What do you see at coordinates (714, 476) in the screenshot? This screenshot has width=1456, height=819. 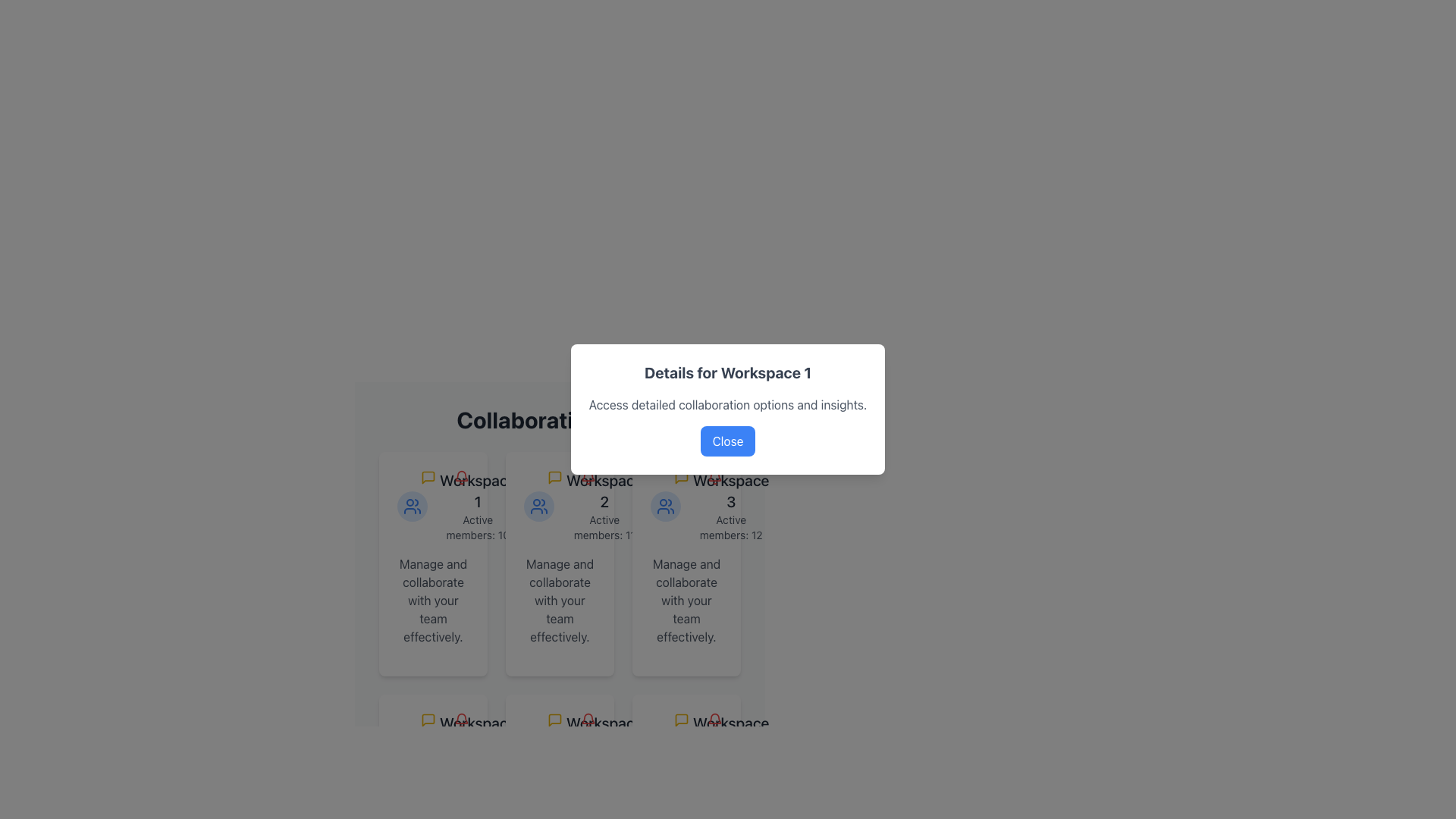 I see `the notification bell-shaped icon which is part of an interactive circular button located at the top-right of the pop-up dialog` at bounding box center [714, 476].